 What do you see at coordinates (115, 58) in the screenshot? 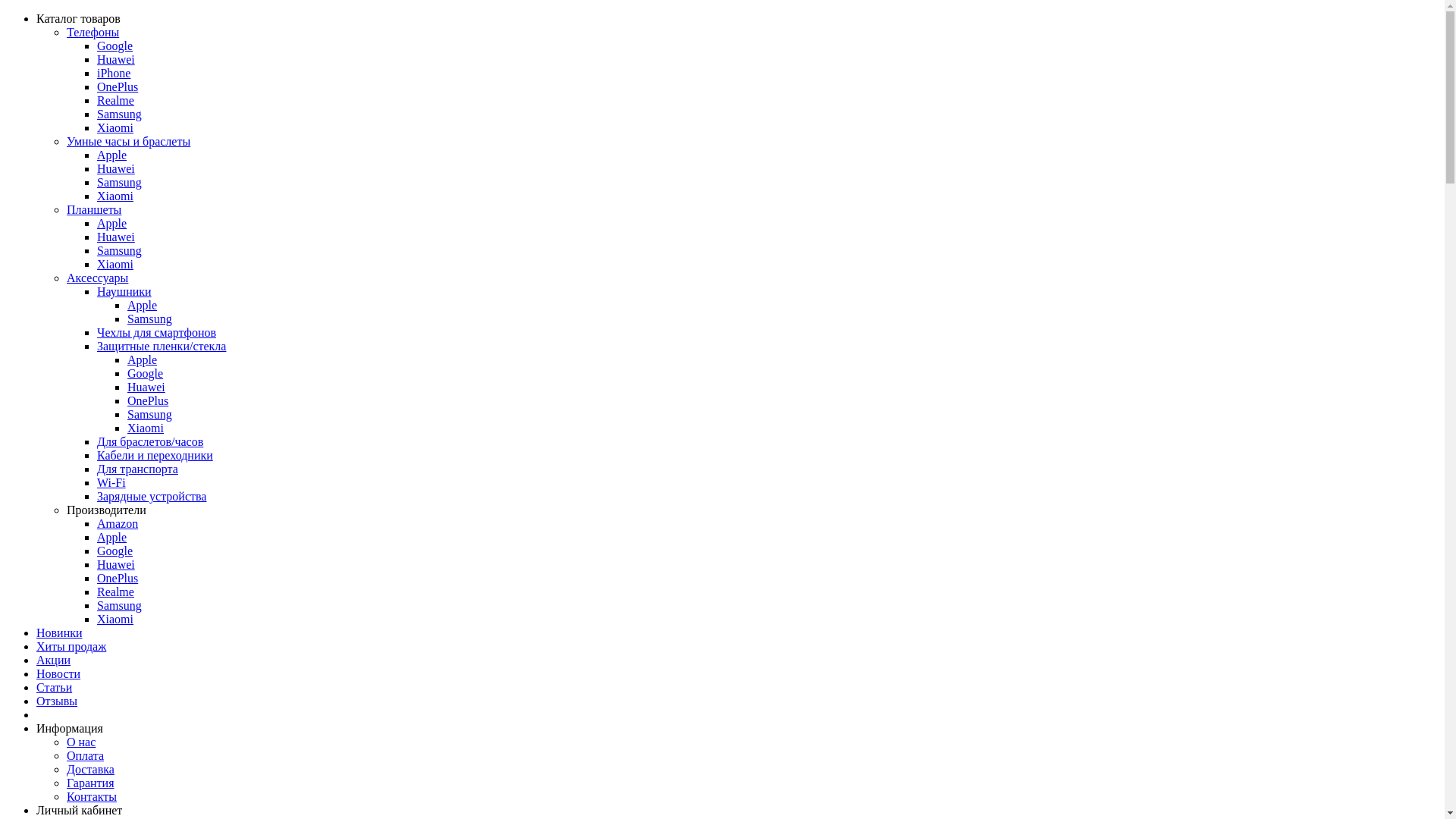
I see `'Huawei'` at bounding box center [115, 58].